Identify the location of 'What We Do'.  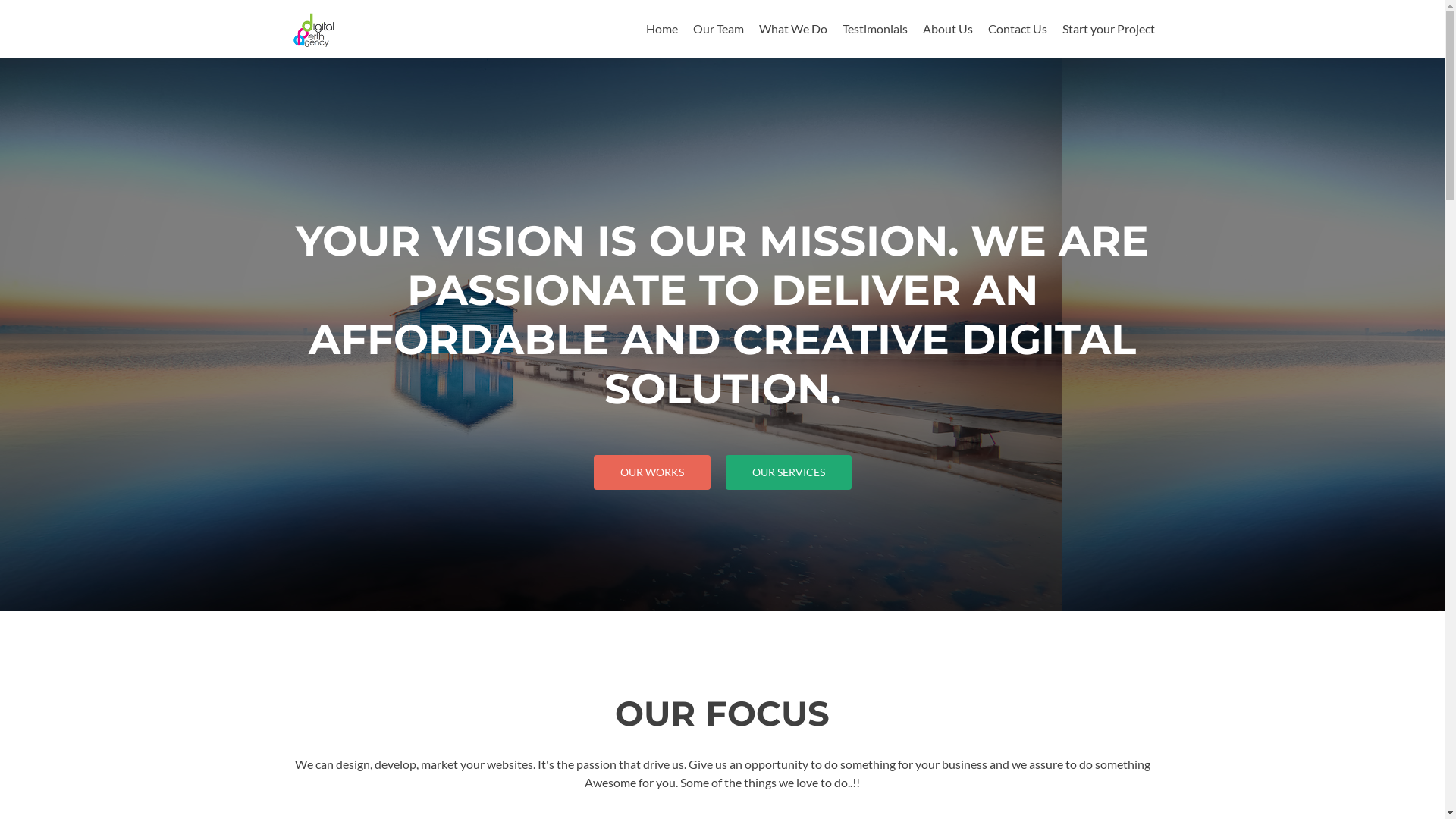
(792, 28).